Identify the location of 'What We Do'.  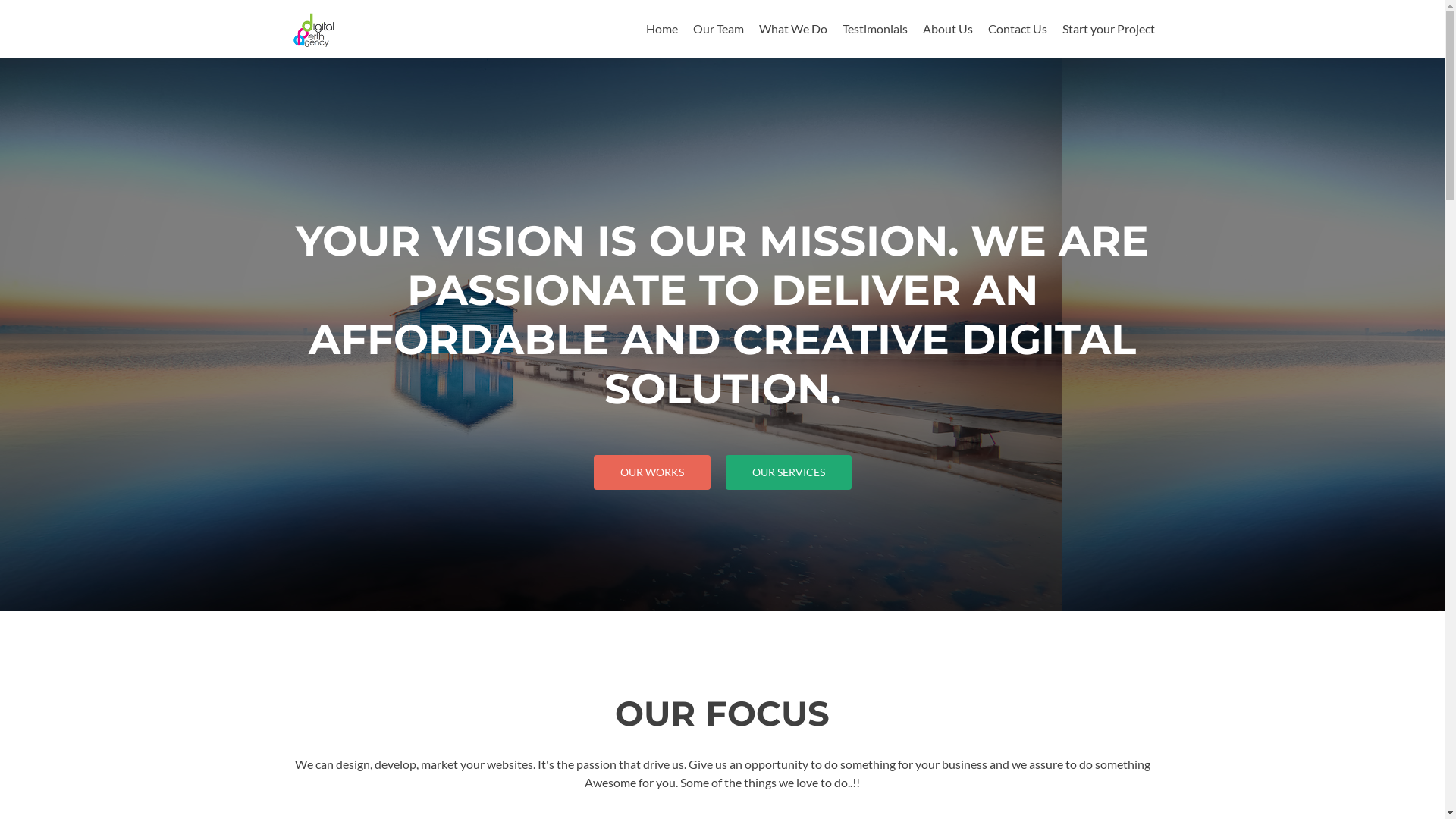
(792, 28).